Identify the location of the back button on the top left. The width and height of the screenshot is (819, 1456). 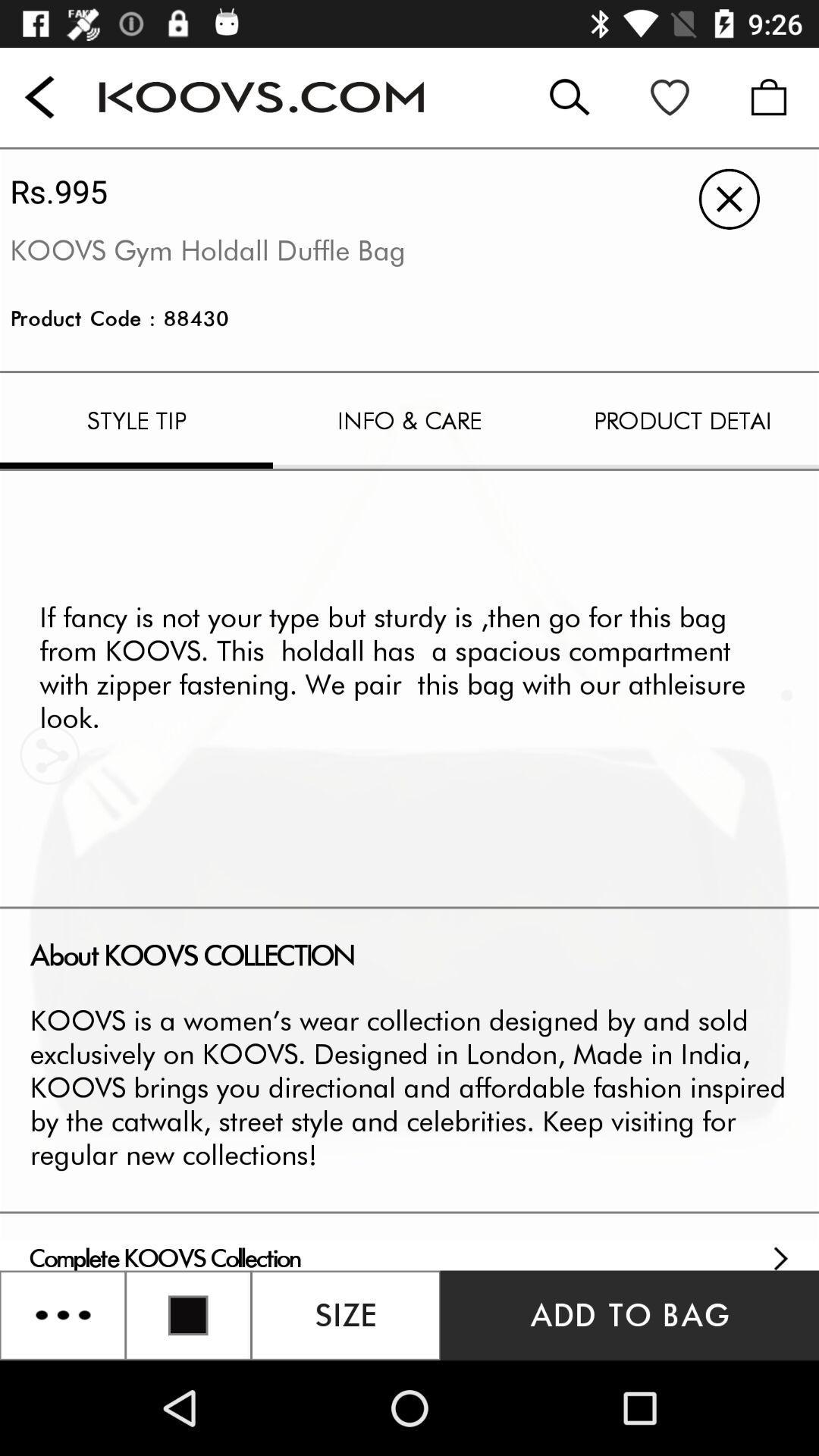
(39, 96).